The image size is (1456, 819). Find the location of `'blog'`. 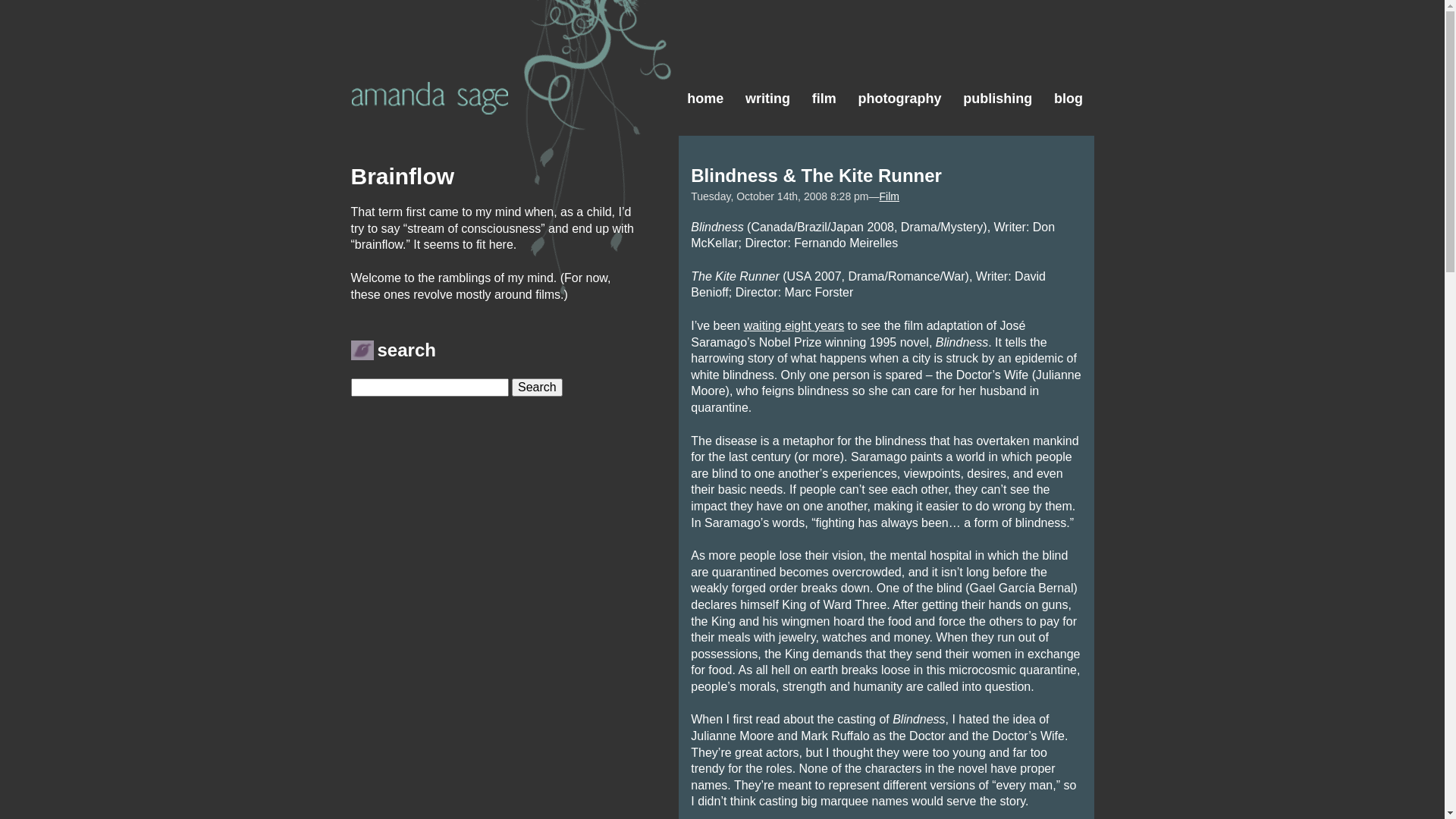

'blog' is located at coordinates (1043, 61).